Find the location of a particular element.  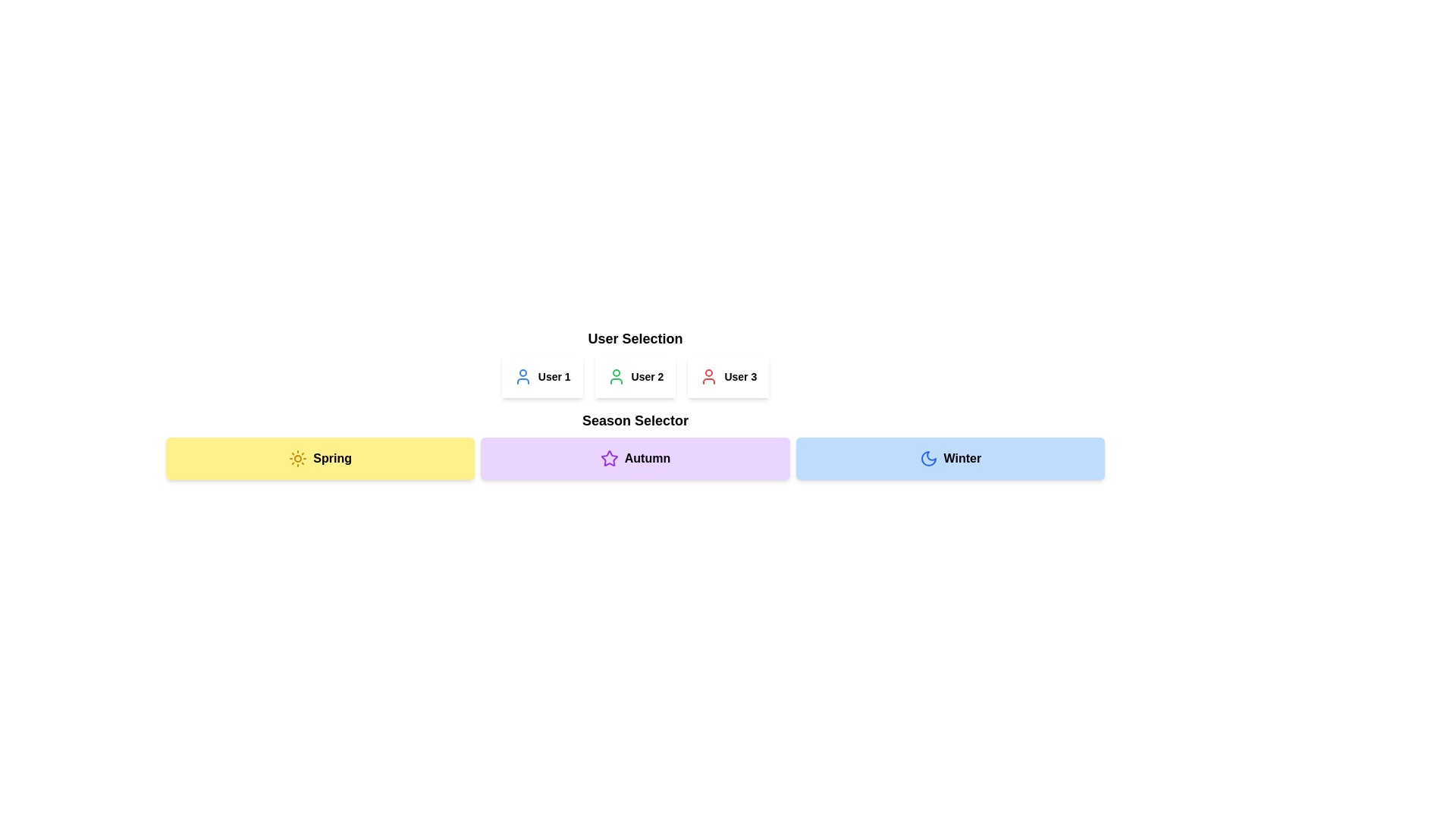

the yellow 'Spring' season button located as the first item in a horizontal sequence of three buttons to change its appearance is located at coordinates (319, 458).